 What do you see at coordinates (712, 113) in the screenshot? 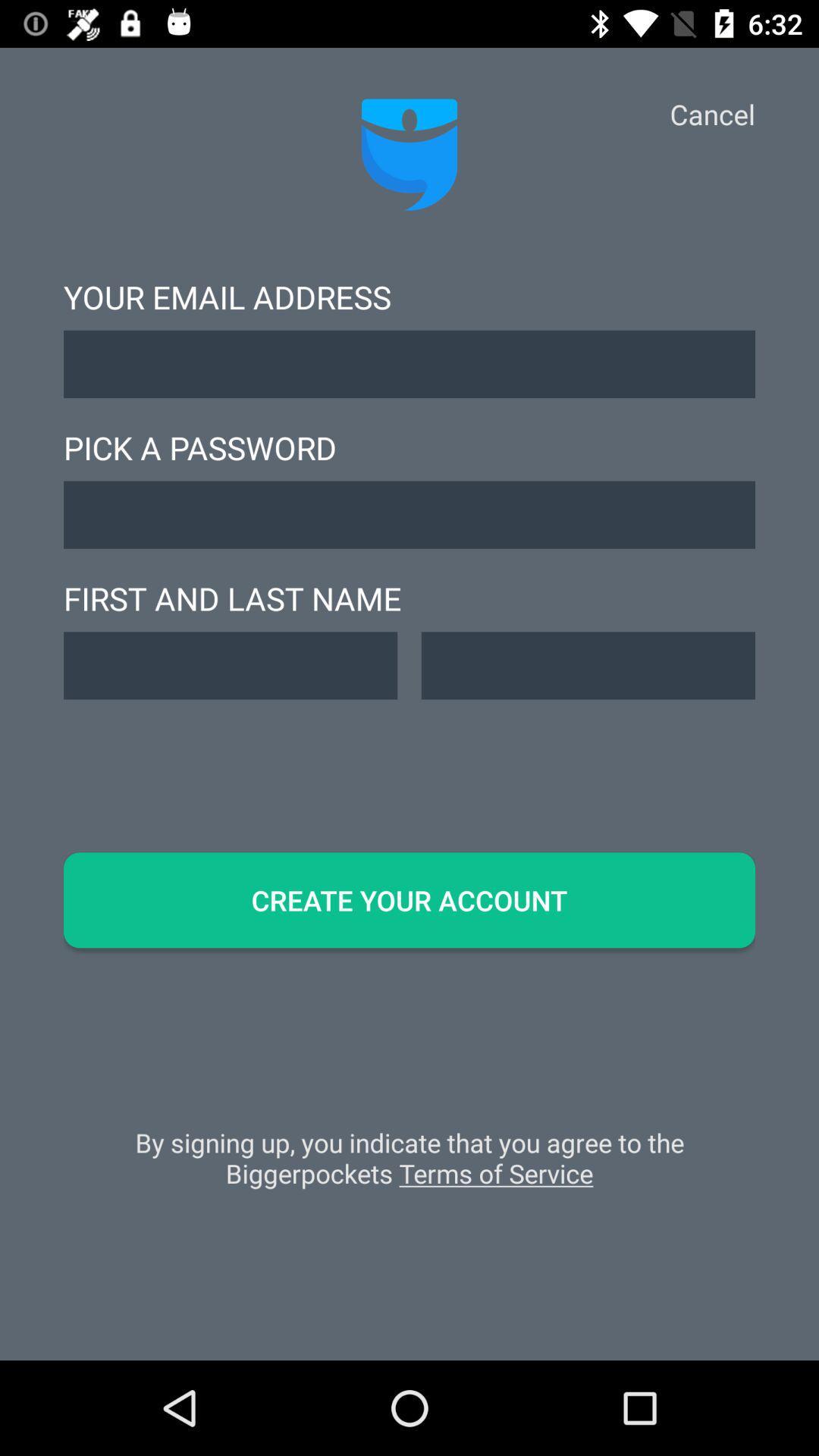
I see `icon at the top right corner` at bounding box center [712, 113].